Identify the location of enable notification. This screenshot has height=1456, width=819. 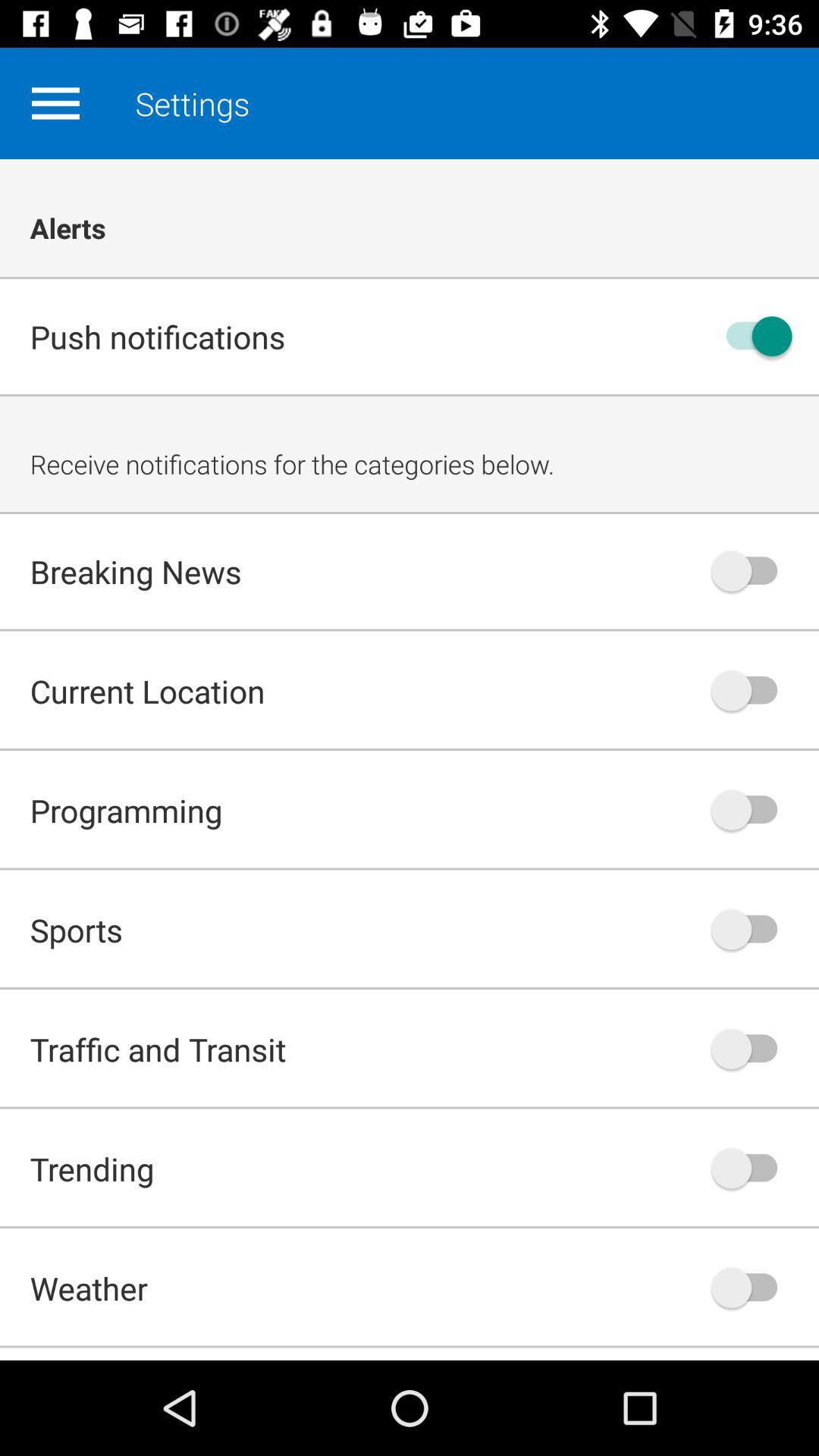
(752, 1167).